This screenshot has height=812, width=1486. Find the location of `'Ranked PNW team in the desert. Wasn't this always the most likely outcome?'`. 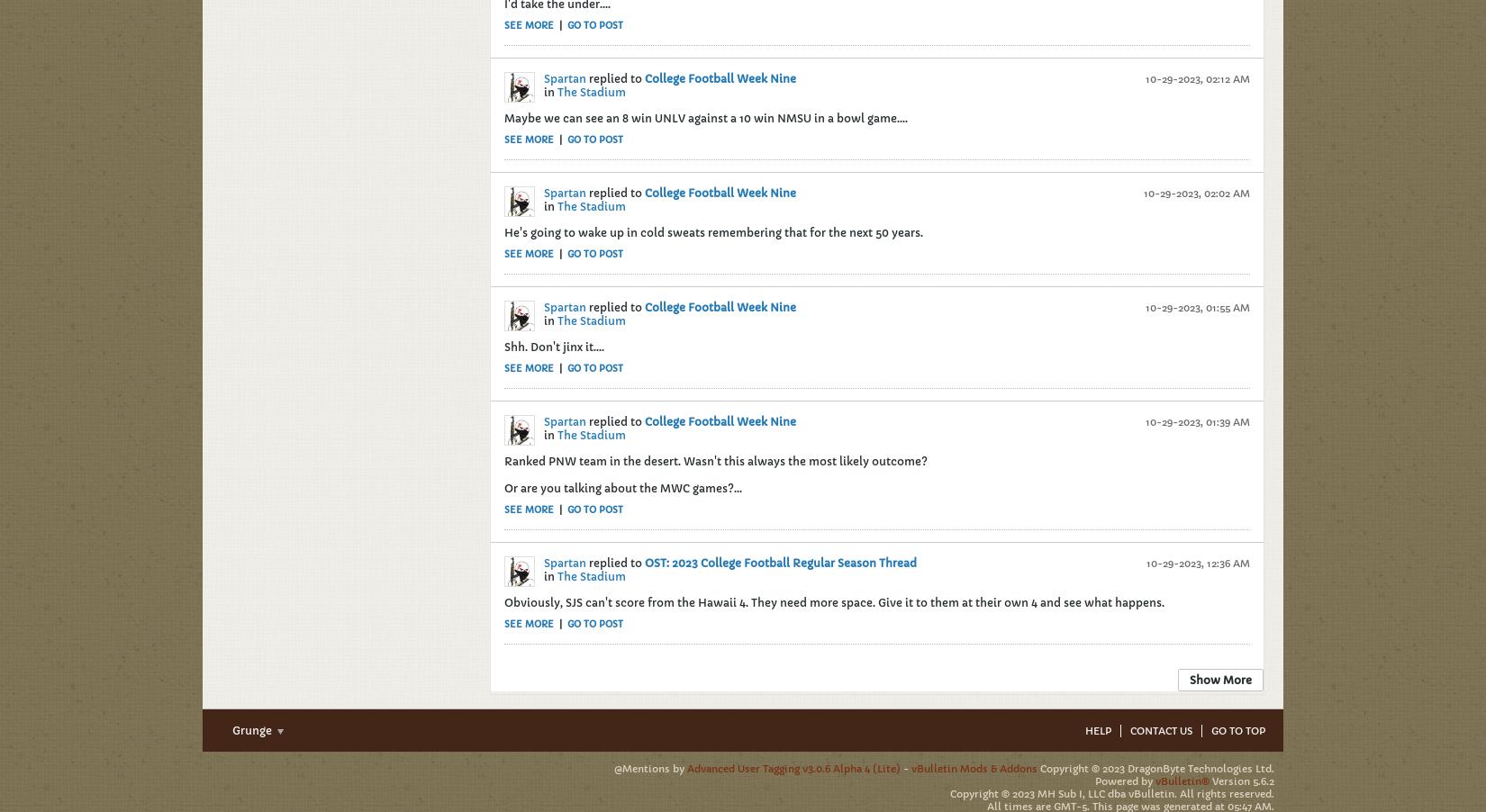

'Ranked PNW team in the desert. Wasn't this always the most likely outcome?' is located at coordinates (714, 460).